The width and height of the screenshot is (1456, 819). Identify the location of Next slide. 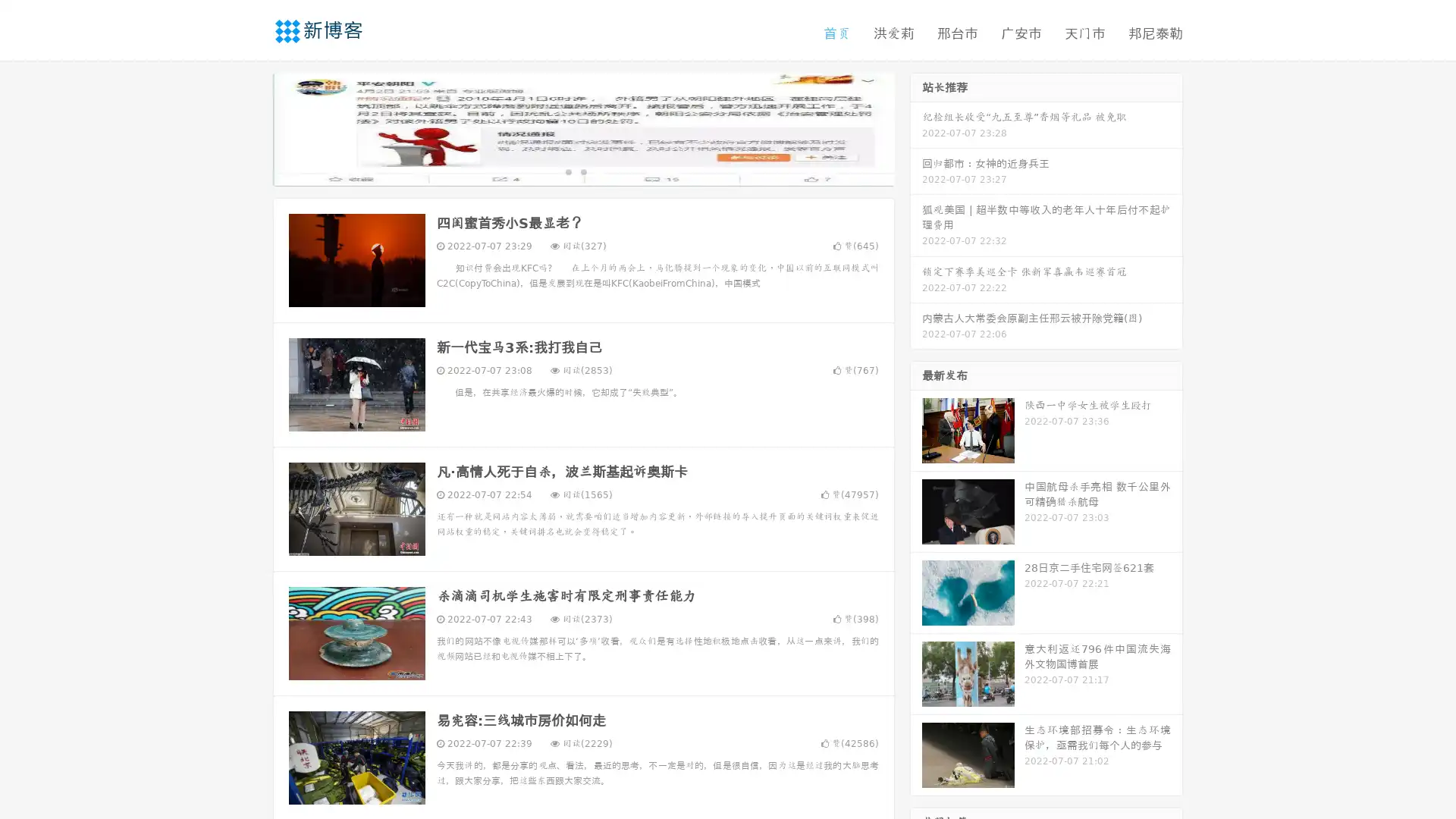
(916, 127).